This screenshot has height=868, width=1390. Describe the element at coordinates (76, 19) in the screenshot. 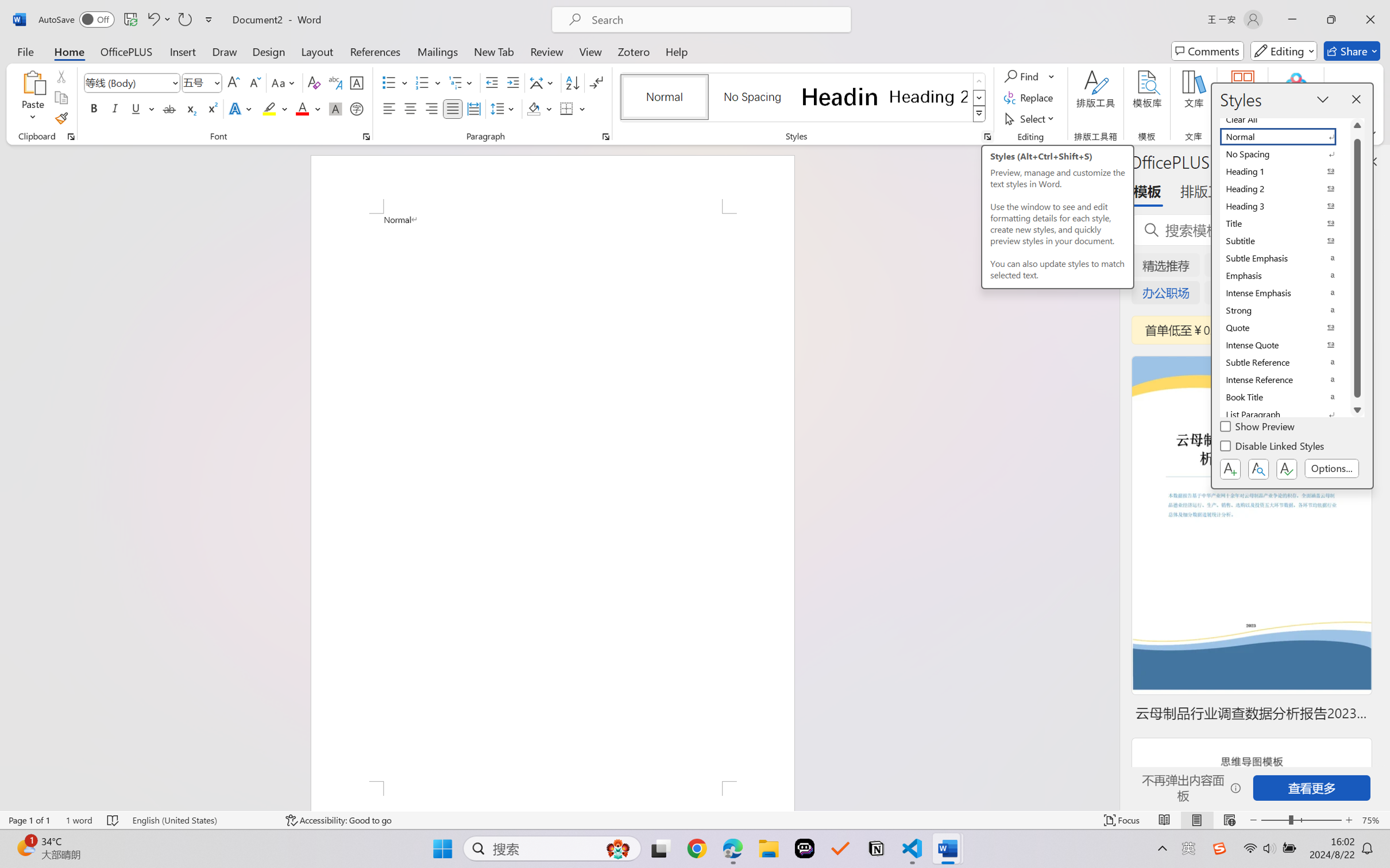

I see `'AutoSave'` at that location.